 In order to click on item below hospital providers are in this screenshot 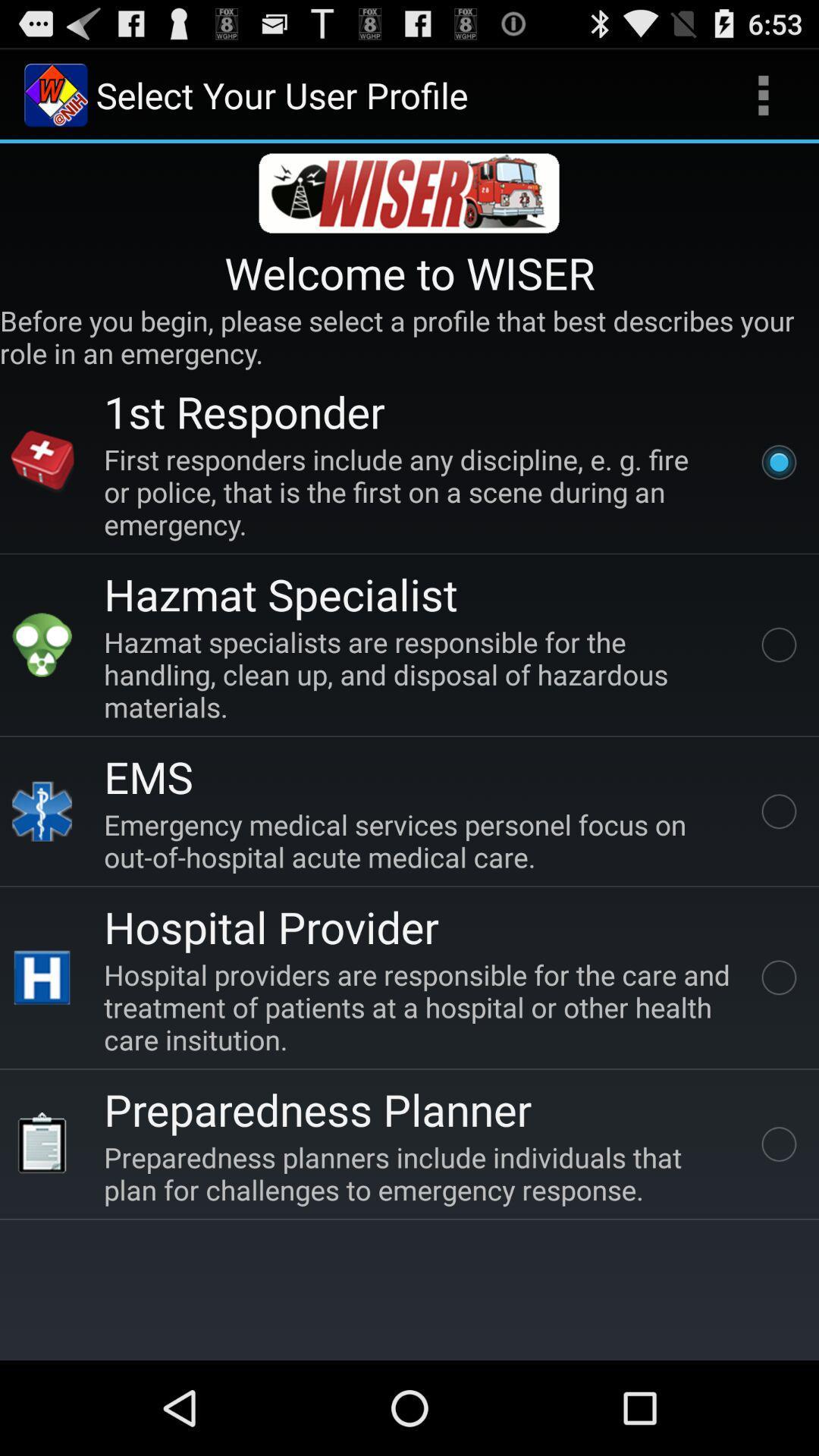, I will do `click(317, 1109)`.